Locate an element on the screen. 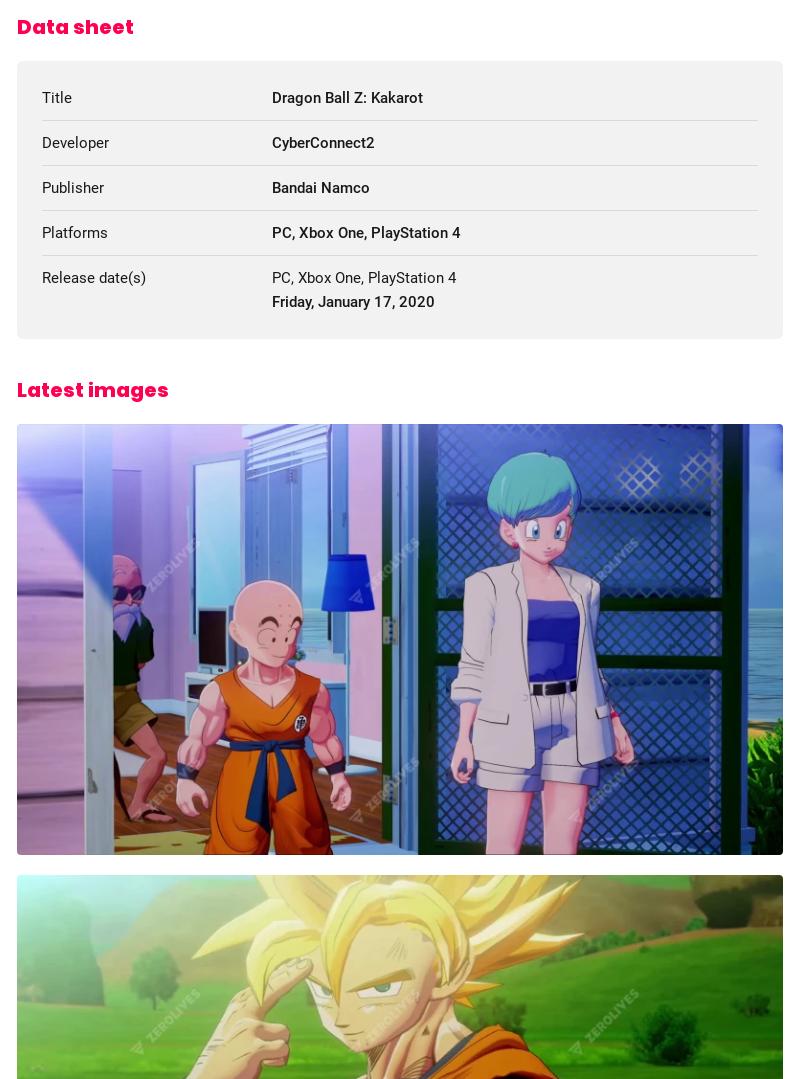  'Latest images' is located at coordinates (17, 388).